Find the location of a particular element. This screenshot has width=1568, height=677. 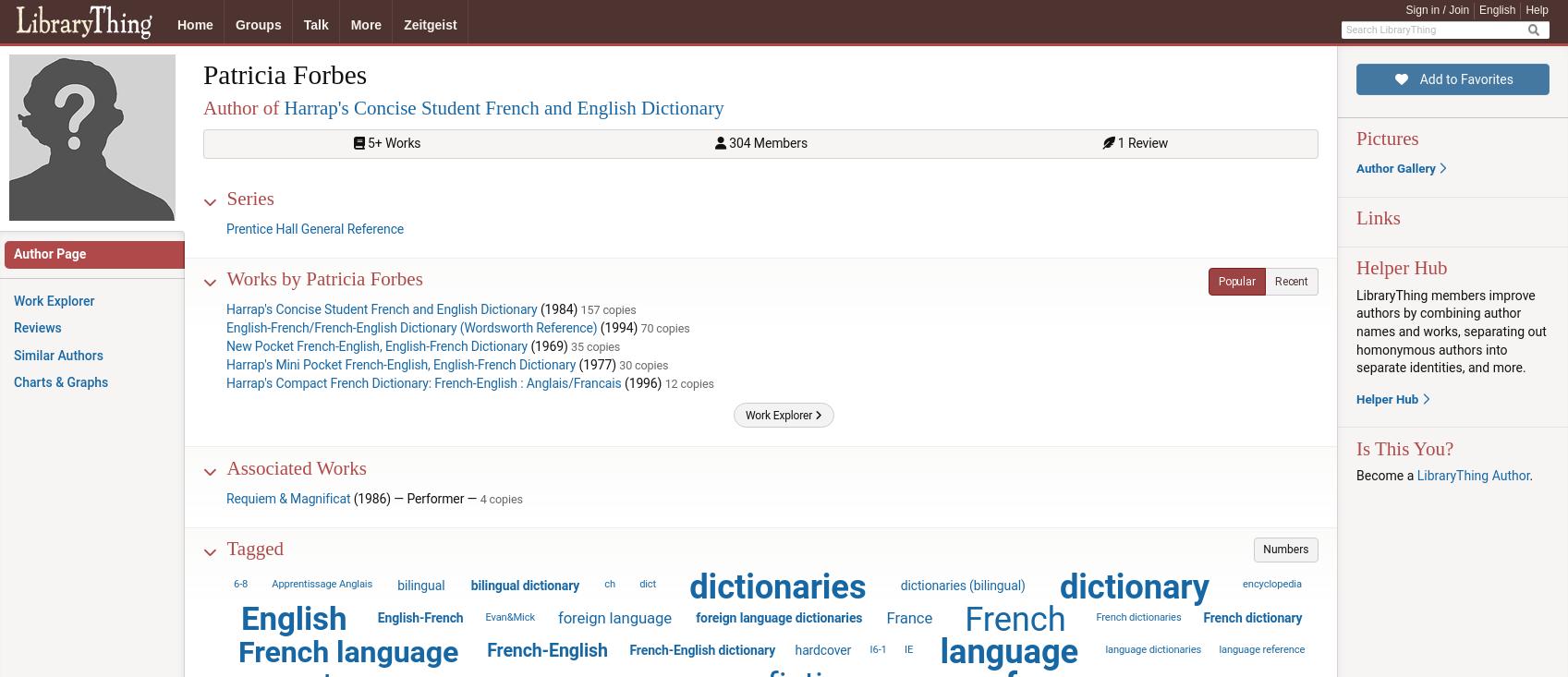

'Author Page' is located at coordinates (49, 254).